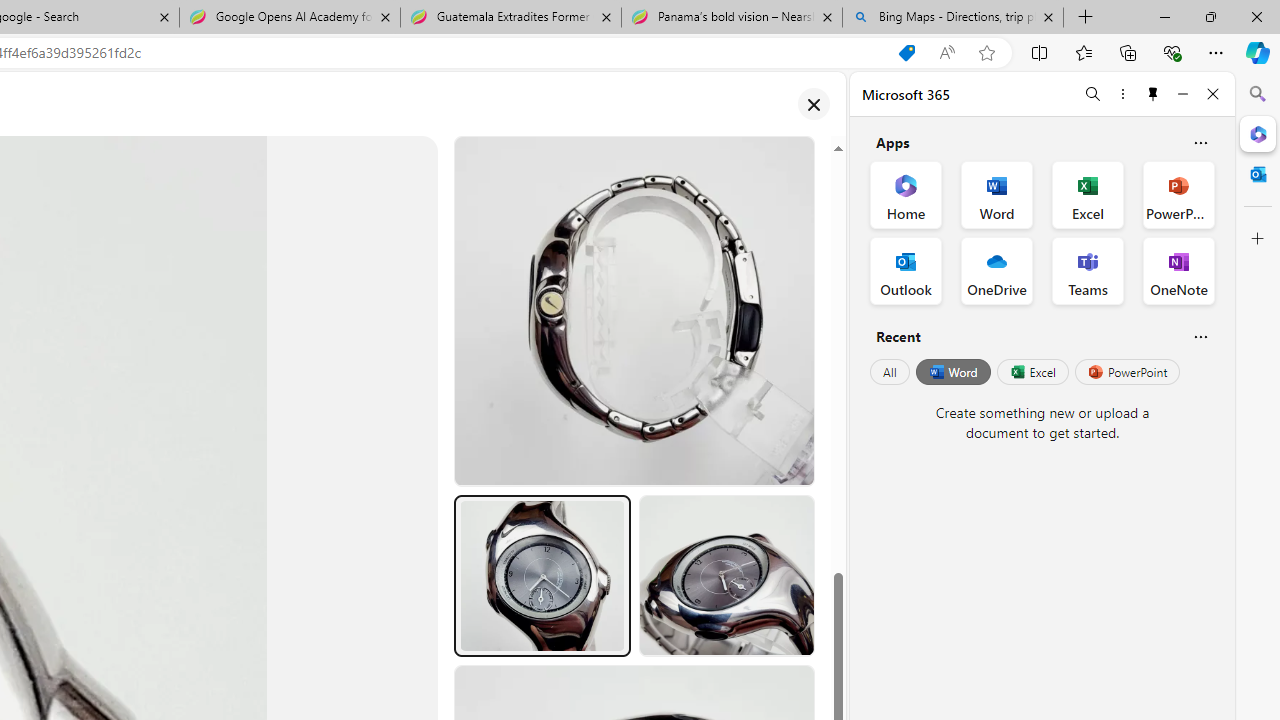 This screenshot has width=1280, height=720. I want to click on 'OneNote Office App', so click(1178, 271).